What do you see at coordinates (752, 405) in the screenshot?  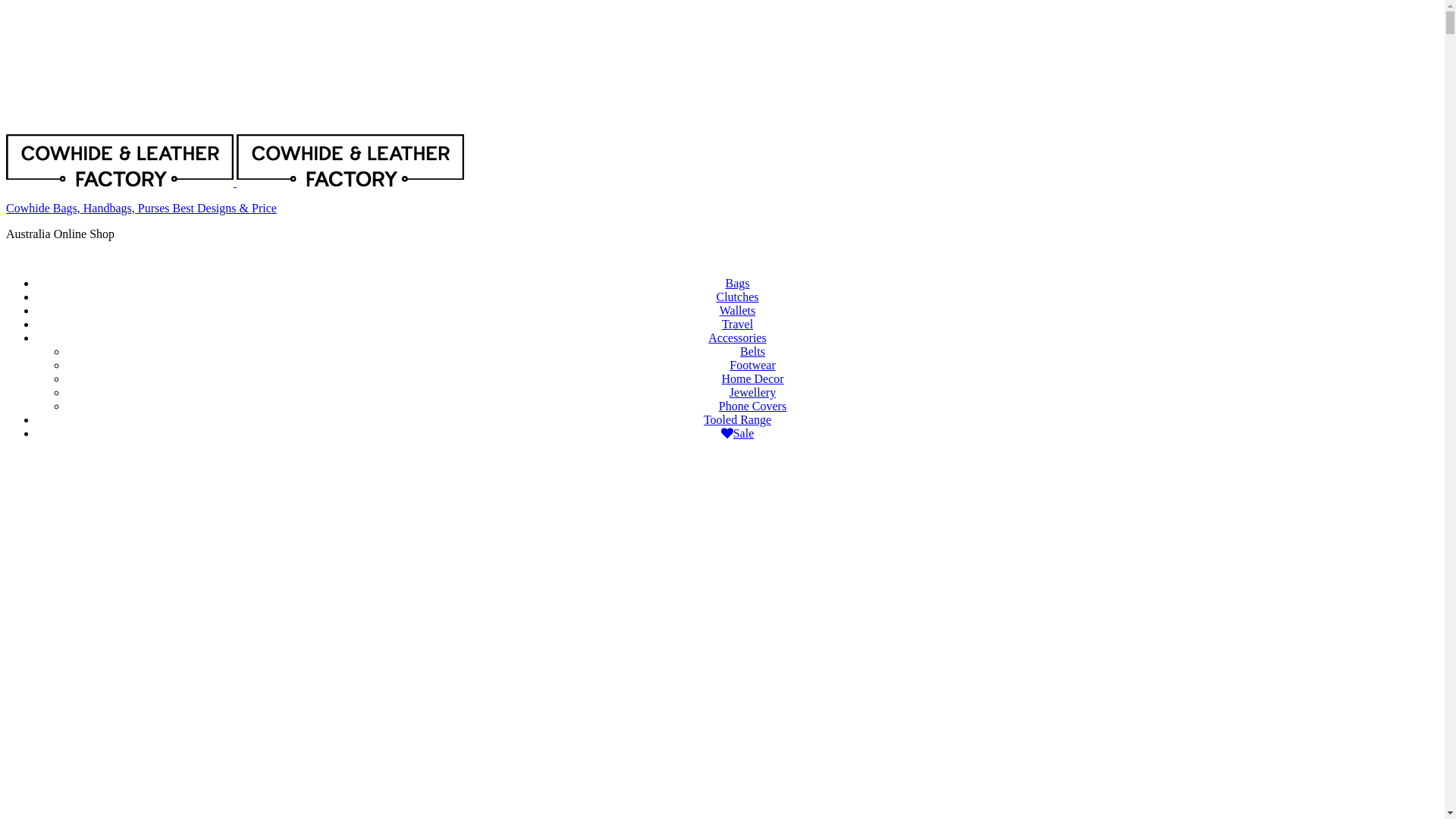 I see `'Phone Covers'` at bounding box center [752, 405].